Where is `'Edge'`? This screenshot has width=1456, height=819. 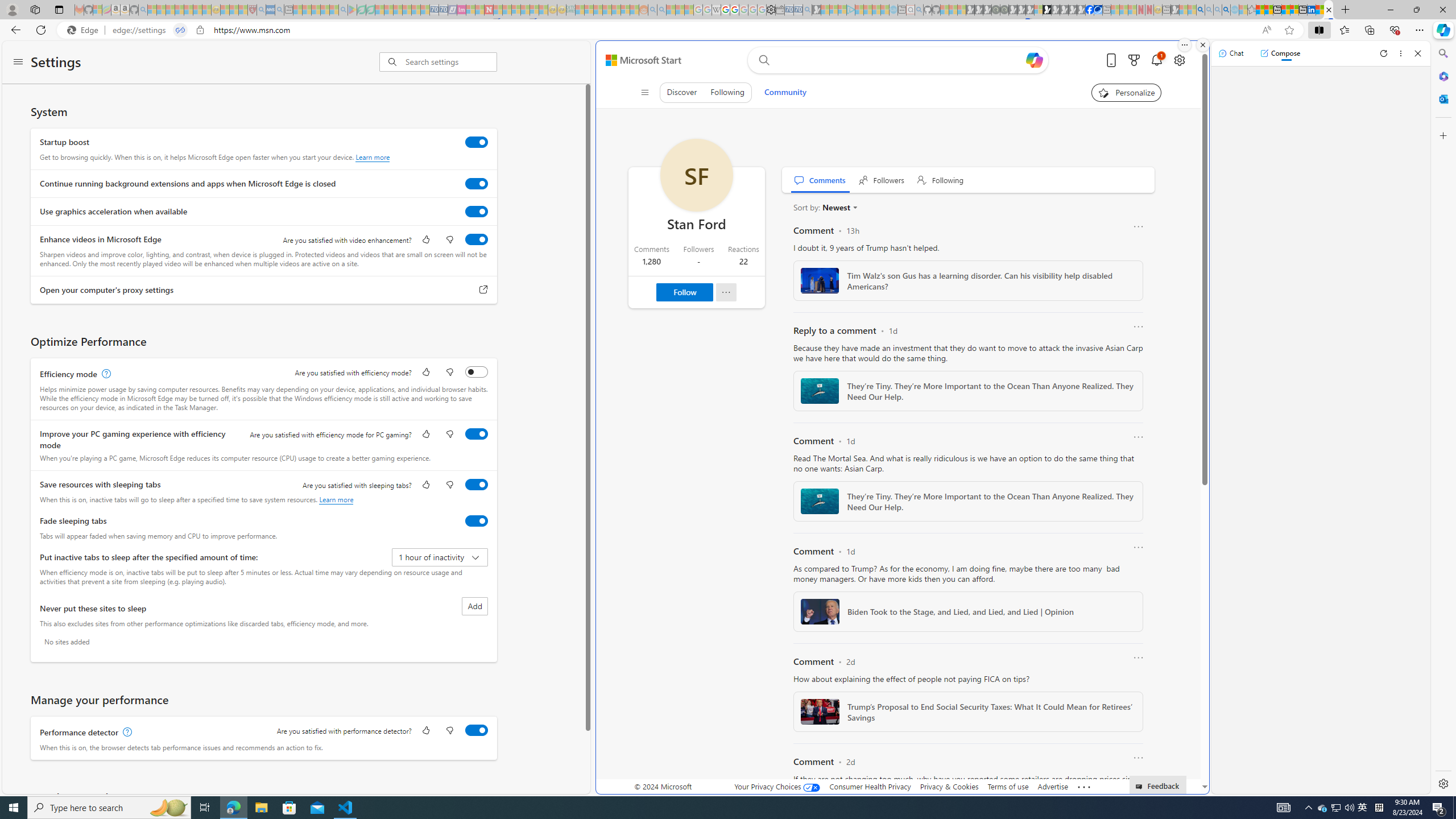 'Edge' is located at coordinates (84, 30).